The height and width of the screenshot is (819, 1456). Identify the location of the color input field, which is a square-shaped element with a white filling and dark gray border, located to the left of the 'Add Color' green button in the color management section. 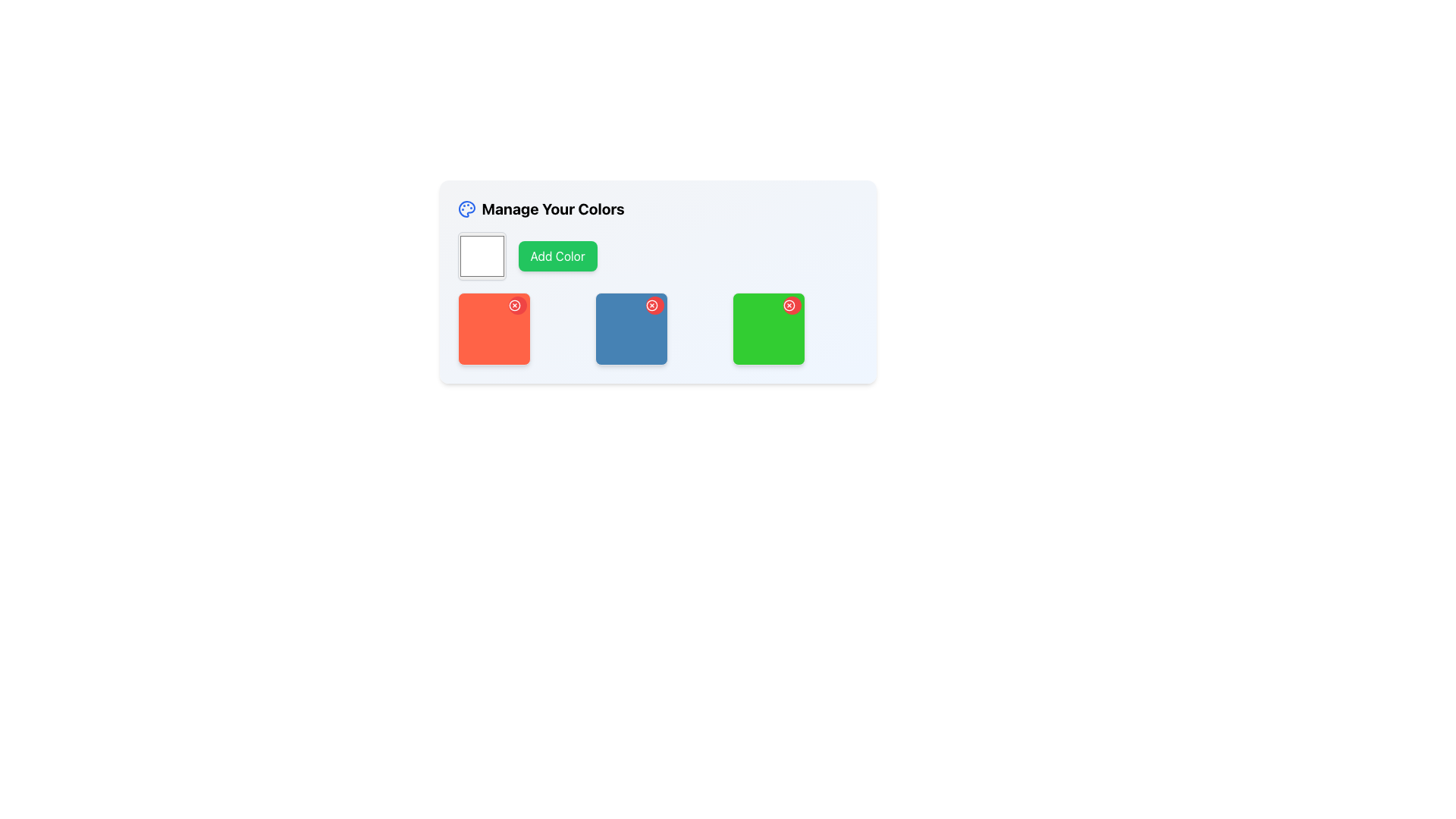
(481, 256).